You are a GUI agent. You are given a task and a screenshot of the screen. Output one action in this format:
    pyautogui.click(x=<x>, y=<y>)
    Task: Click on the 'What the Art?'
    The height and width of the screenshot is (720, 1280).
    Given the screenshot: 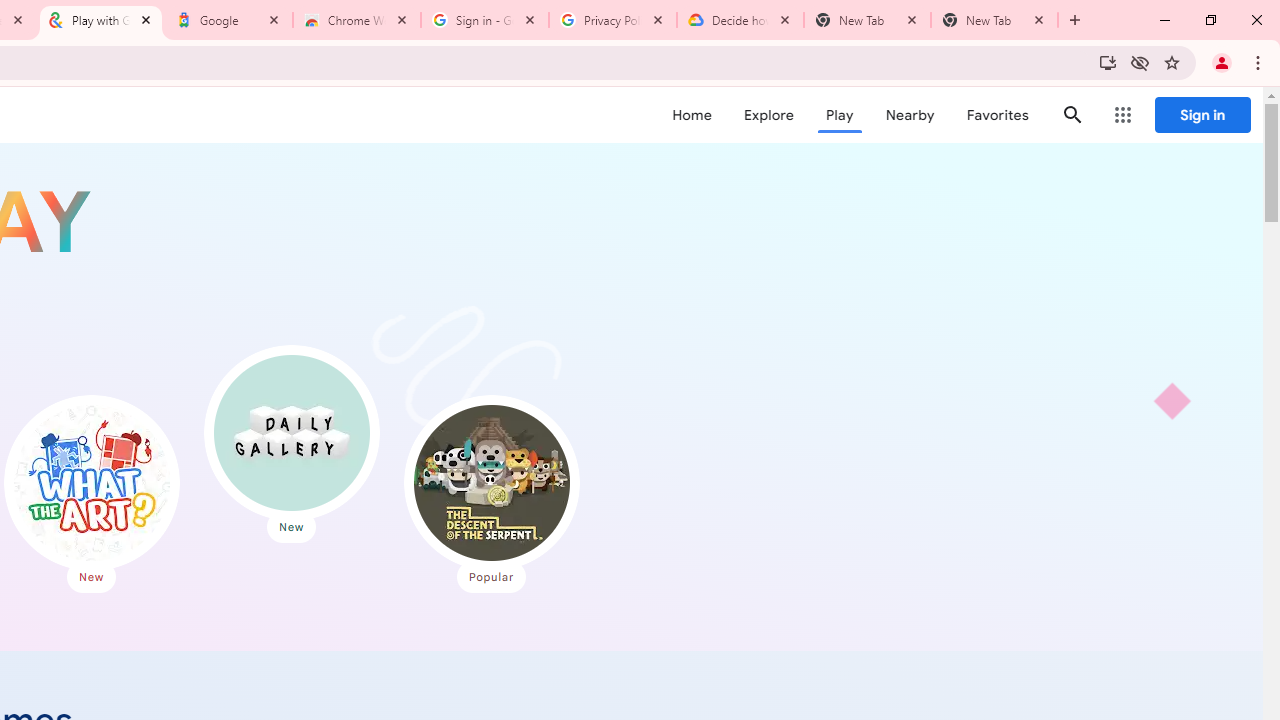 What is the action you would take?
    pyautogui.click(x=90, y=483)
    